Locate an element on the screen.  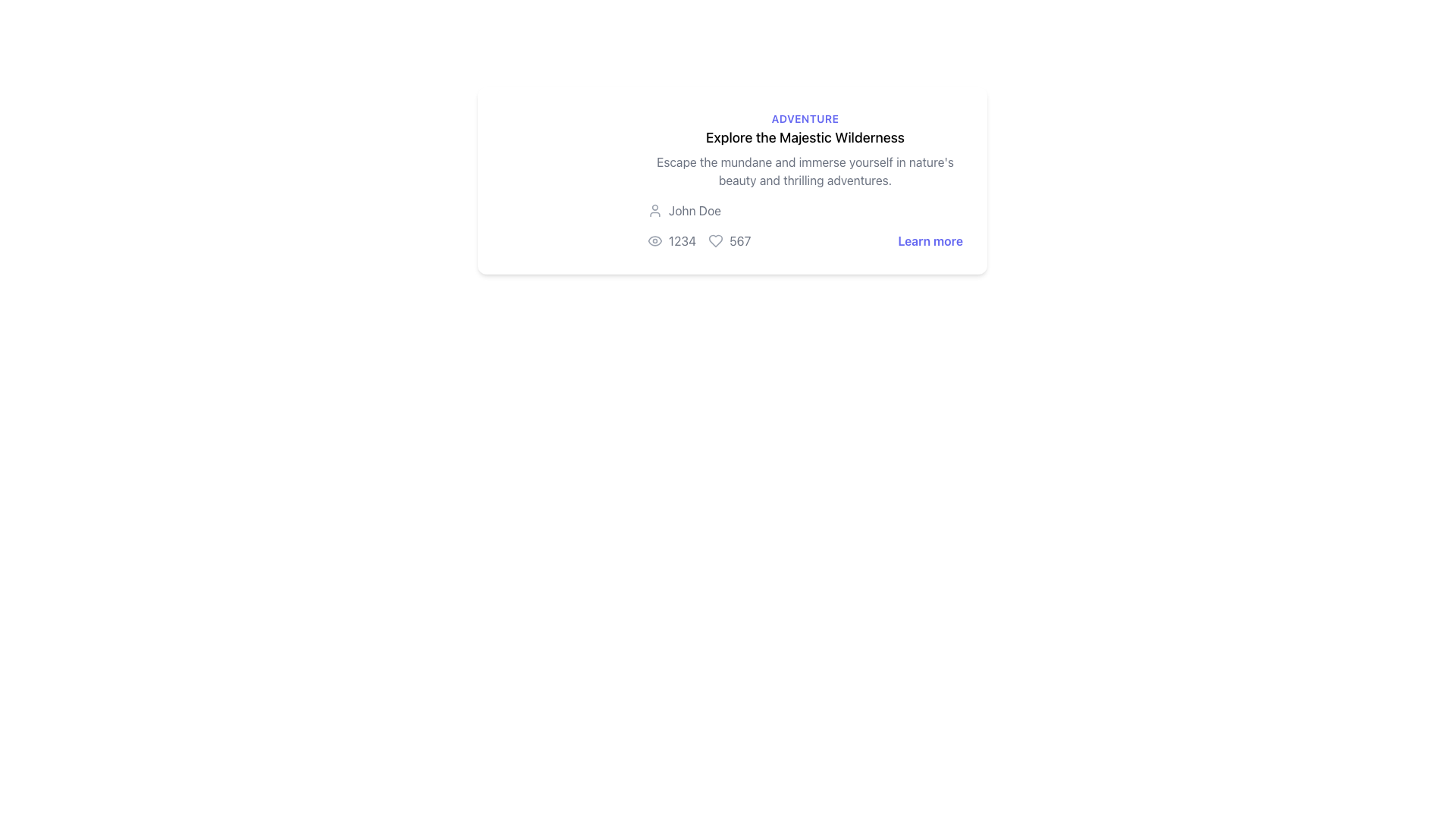
the text label displaying the count of likes or favorites, which is located to the right of the heart icon and below the adventure story description is located at coordinates (740, 240).